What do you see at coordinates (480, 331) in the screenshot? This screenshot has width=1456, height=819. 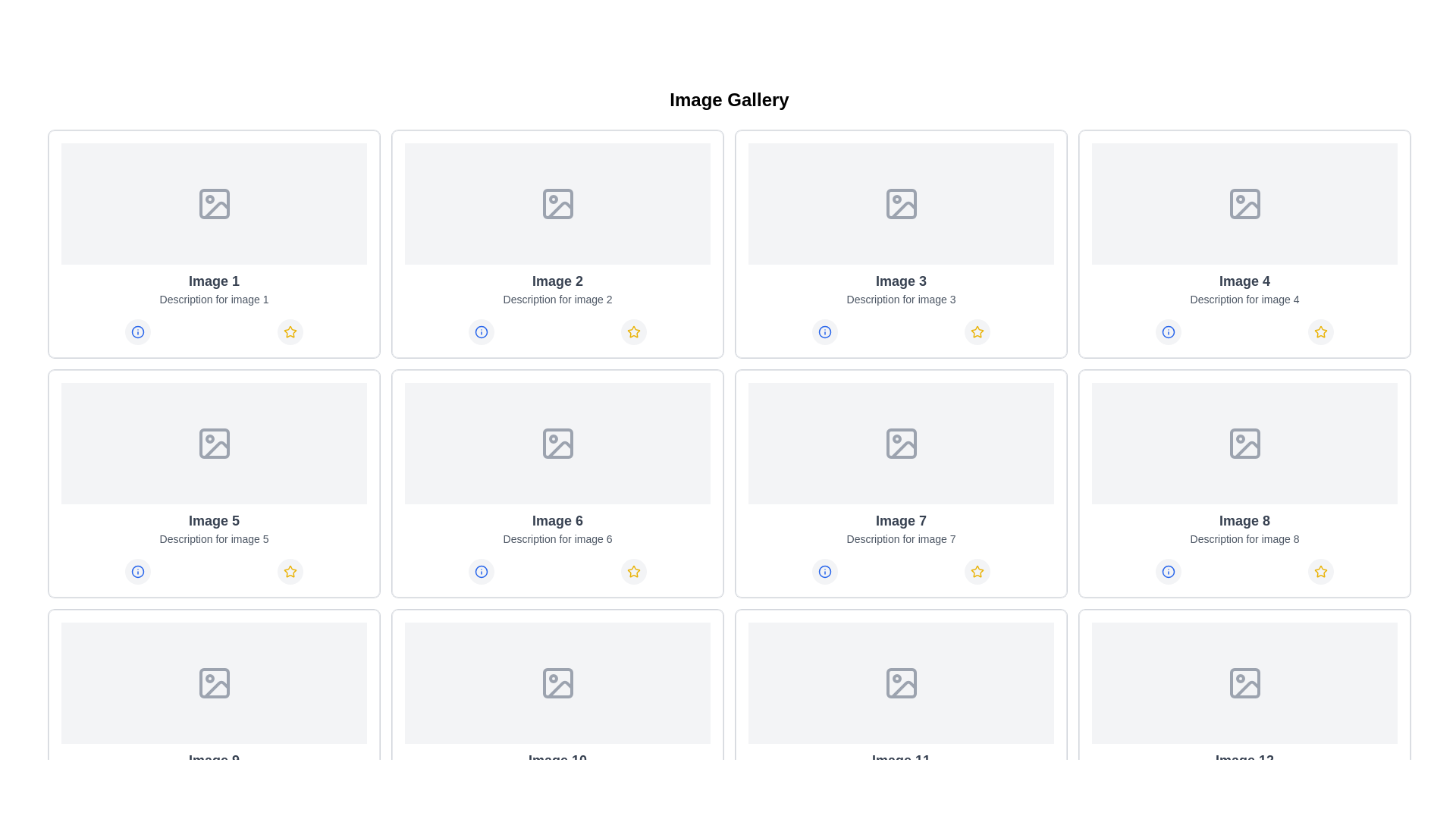 I see `the circular information icon with a blue border and white background, located in the second tile of the top row in the gallery grid, under the image and its description` at bounding box center [480, 331].